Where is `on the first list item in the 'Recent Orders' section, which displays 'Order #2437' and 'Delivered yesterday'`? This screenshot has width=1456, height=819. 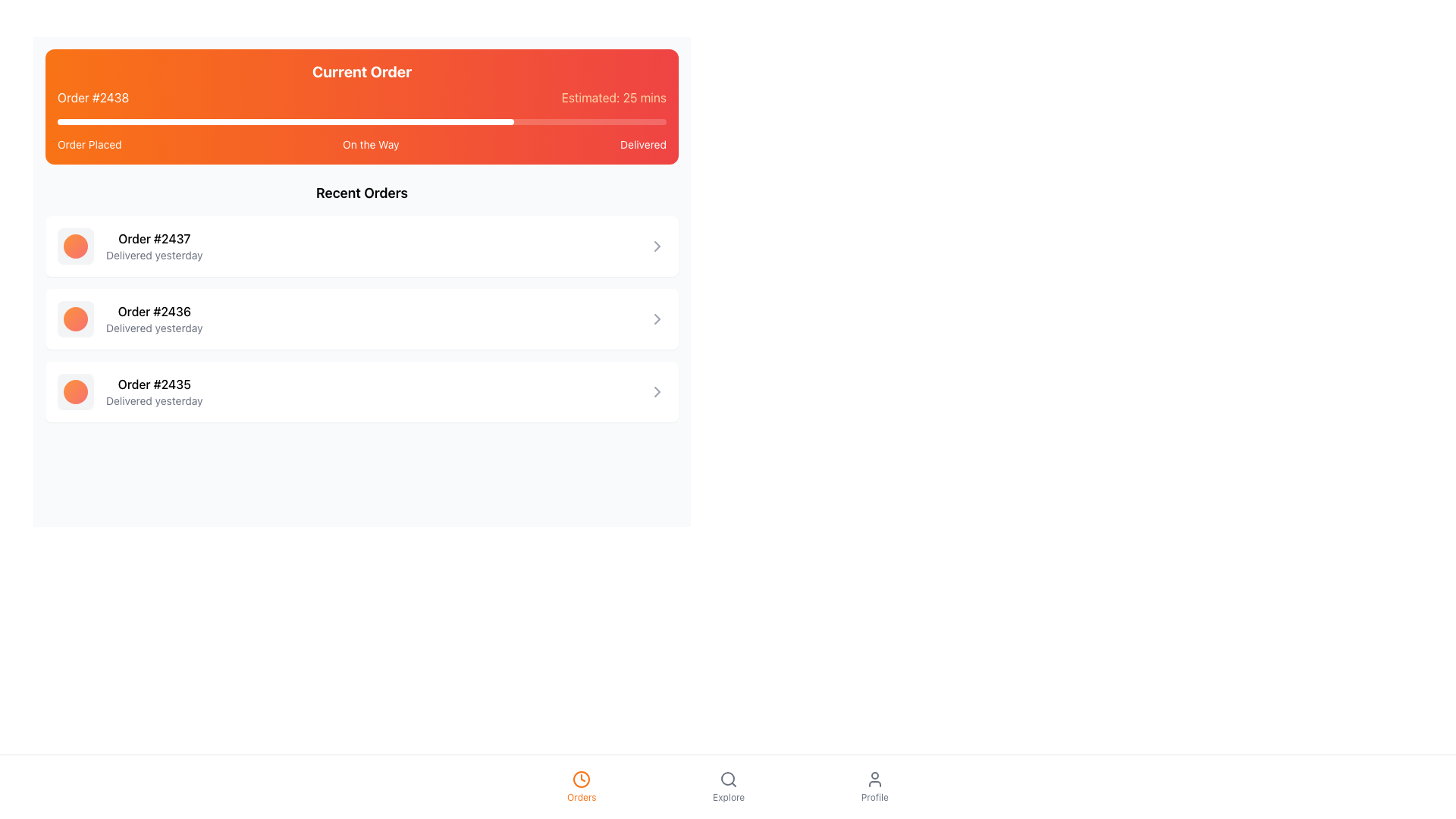 on the first list item in the 'Recent Orders' section, which displays 'Order #2437' and 'Delivered yesterday' is located at coordinates (130, 245).